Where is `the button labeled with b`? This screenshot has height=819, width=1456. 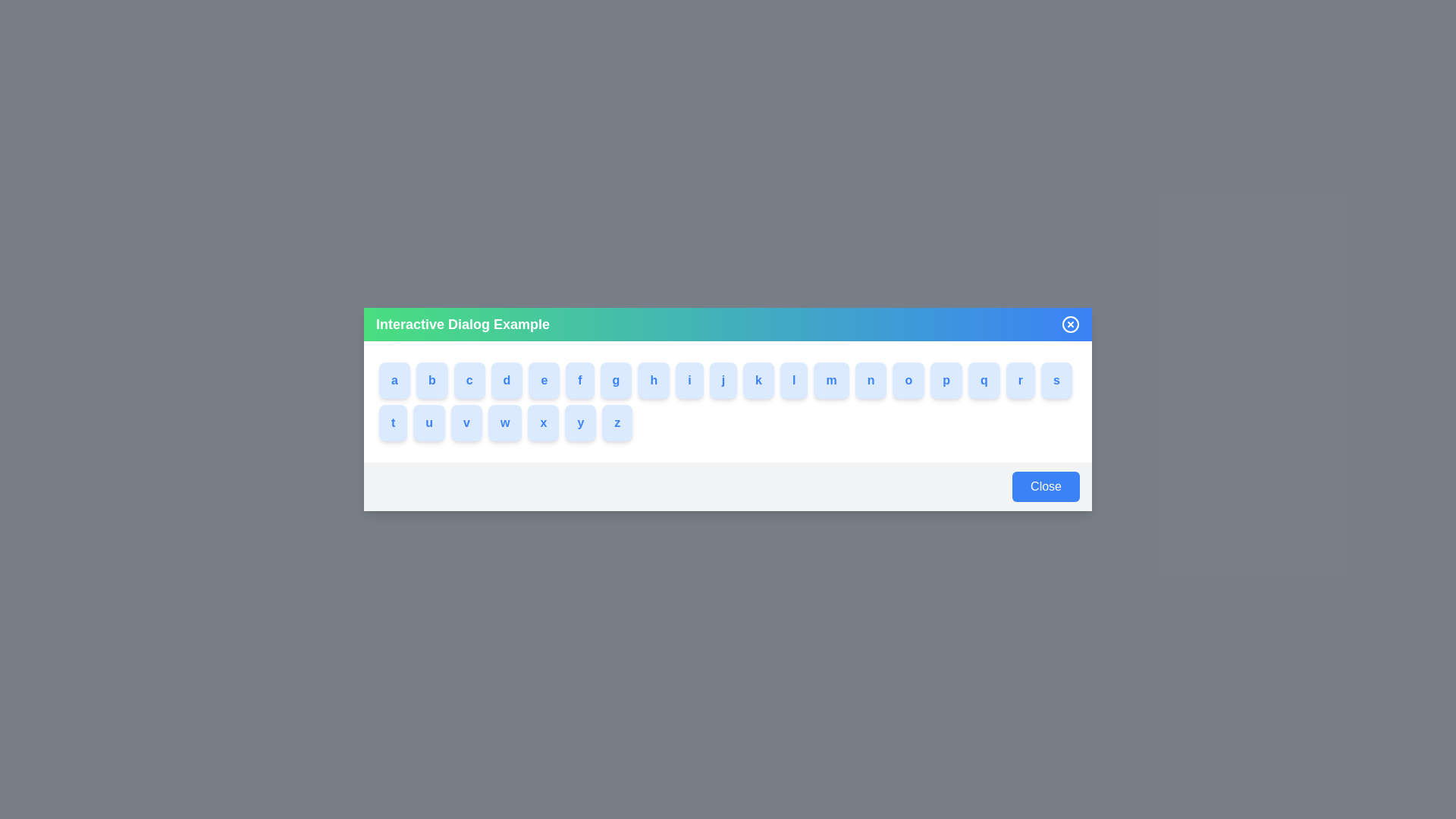
the button labeled with b is located at coordinates (431, 379).